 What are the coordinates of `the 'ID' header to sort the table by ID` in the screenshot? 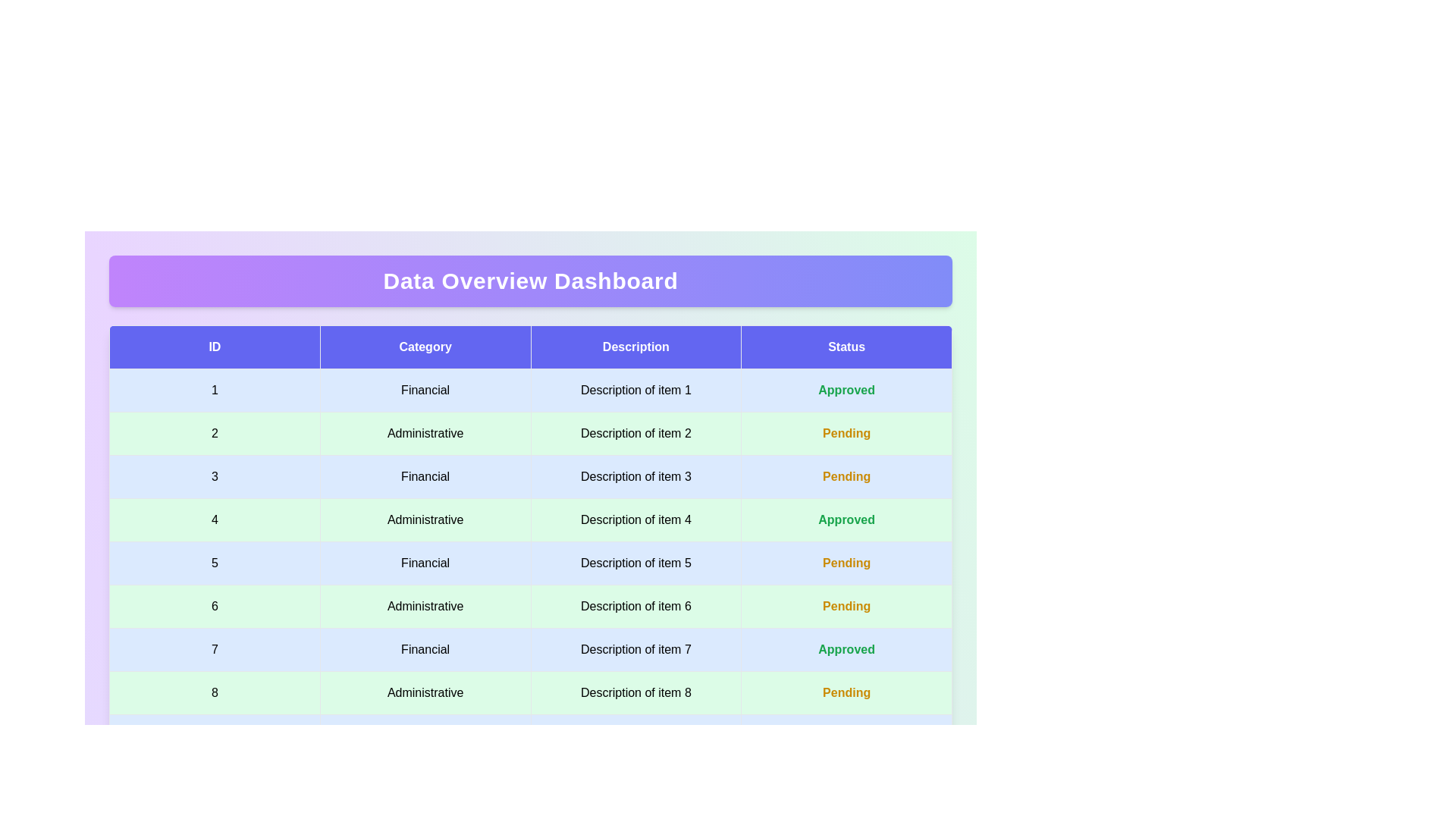 It's located at (214, 347).